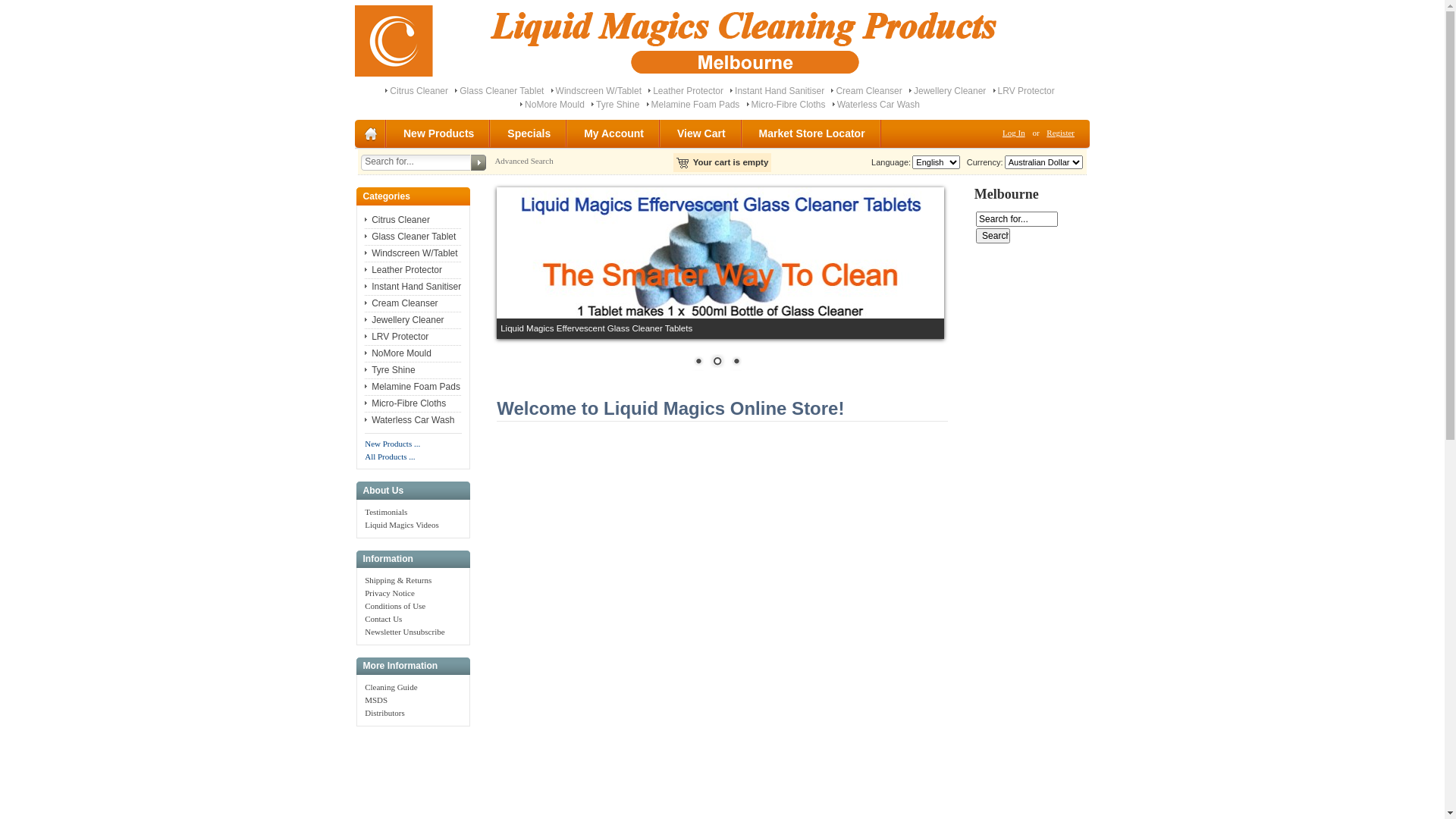 This screenshot has height=819, width=1456. Describe the element at coordinates (364, 523) in the screenshot. I see `'Liquid Magics Videos'` at that location.